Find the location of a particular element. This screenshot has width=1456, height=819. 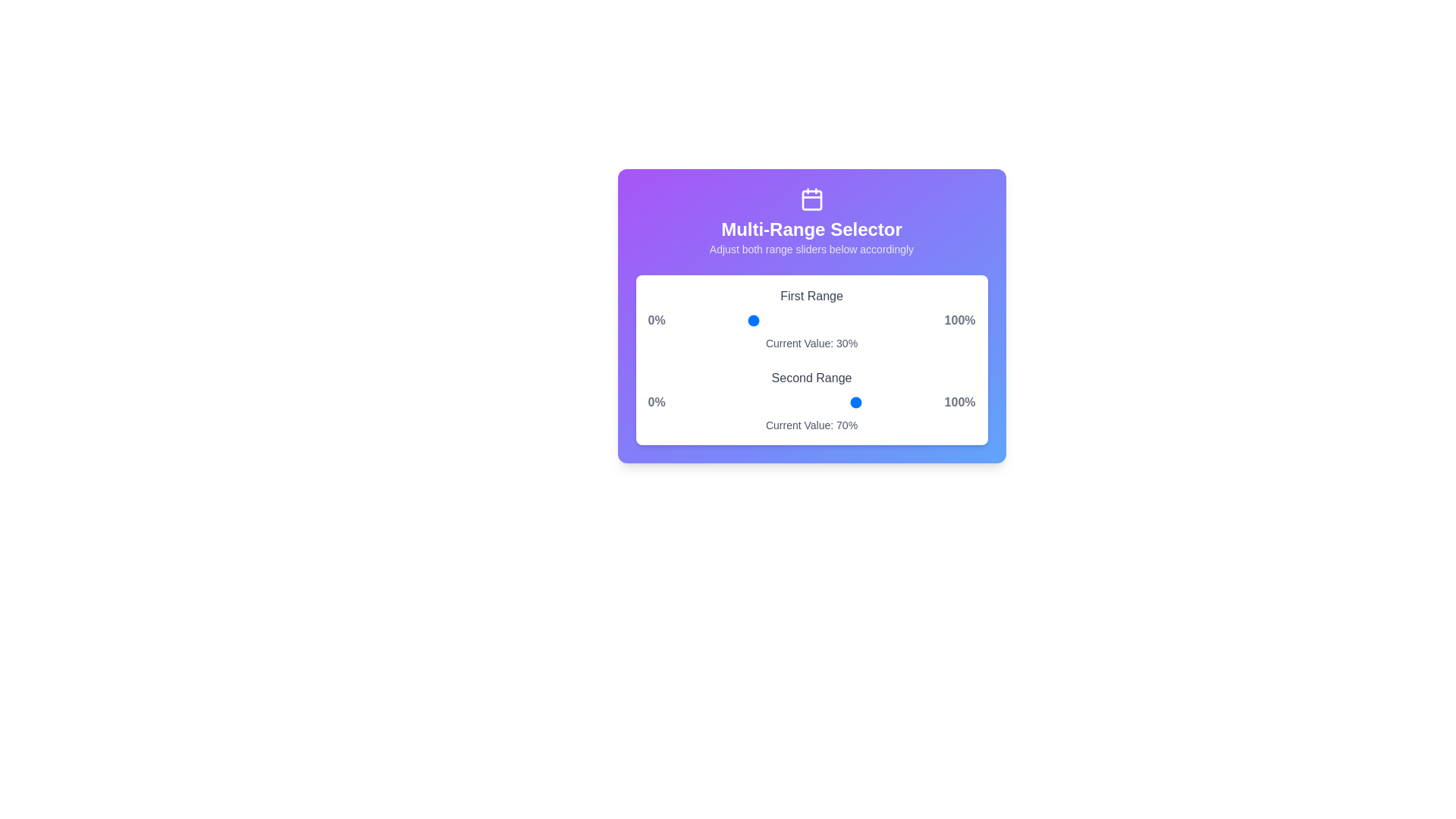

the second slider range is located at coordinates (846, 402).